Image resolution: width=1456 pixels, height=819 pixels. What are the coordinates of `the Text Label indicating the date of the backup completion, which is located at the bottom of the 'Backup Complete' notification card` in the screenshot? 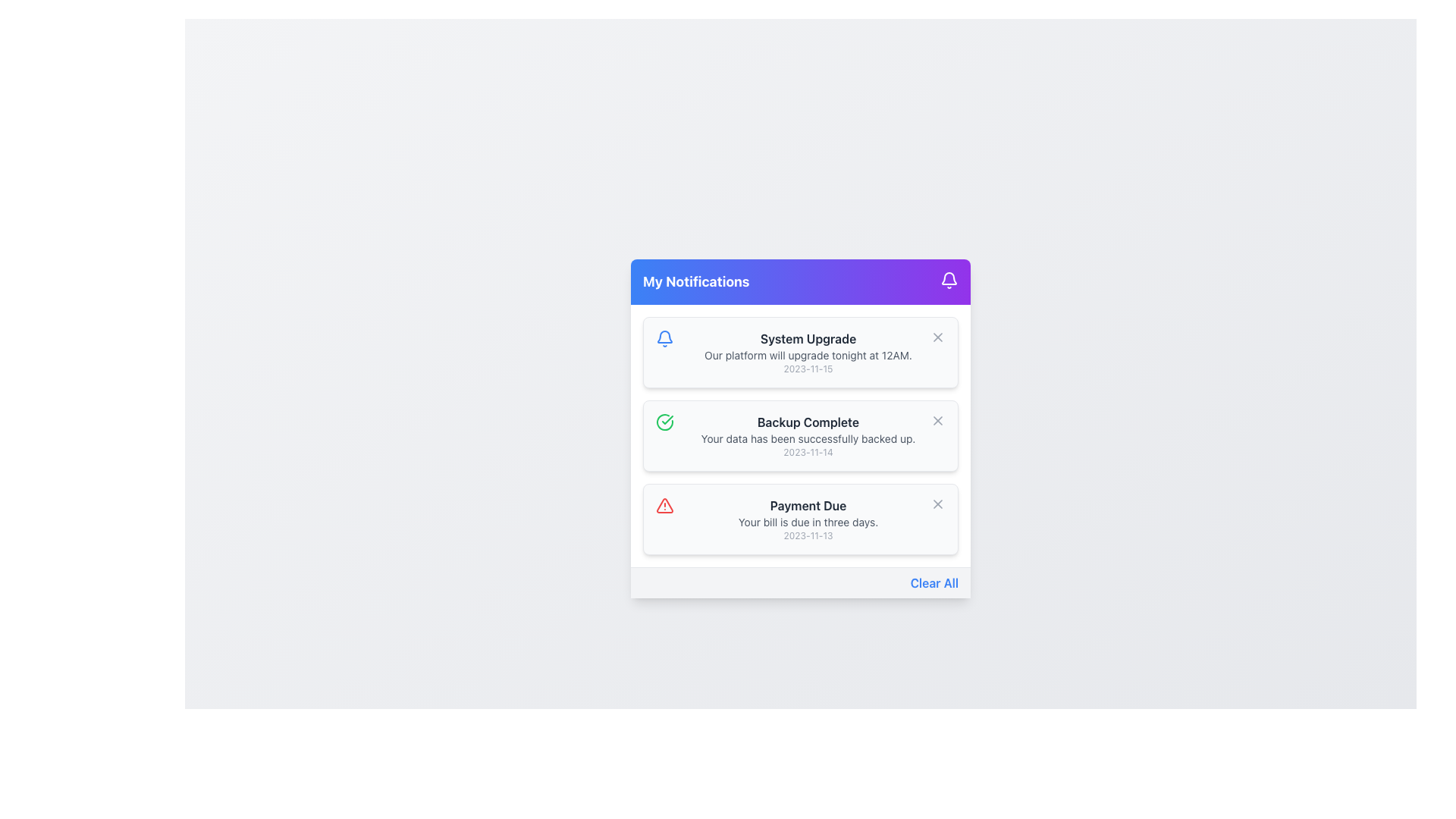 It's located at (807, 451).